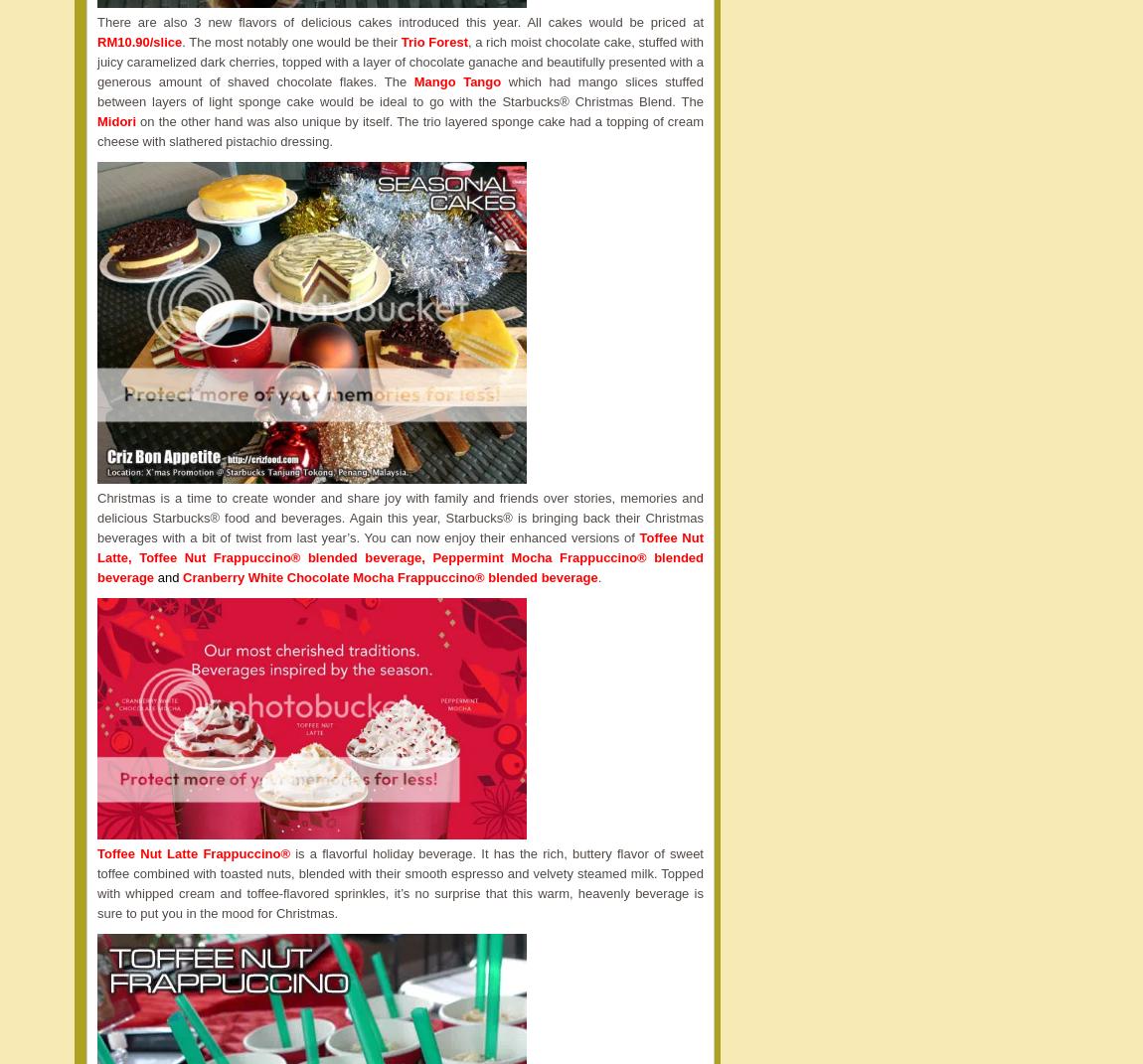 Image resolution: width=1143 pixels, height=1064 pixels. What do you see at coordinates (400, 91) in the screenshot?
I see `'which had mango slices stuffed between layers of light sponge cake would be ideal to go with the Starbucks® Christmas Blend. The'` at bounding box center [400, 91].